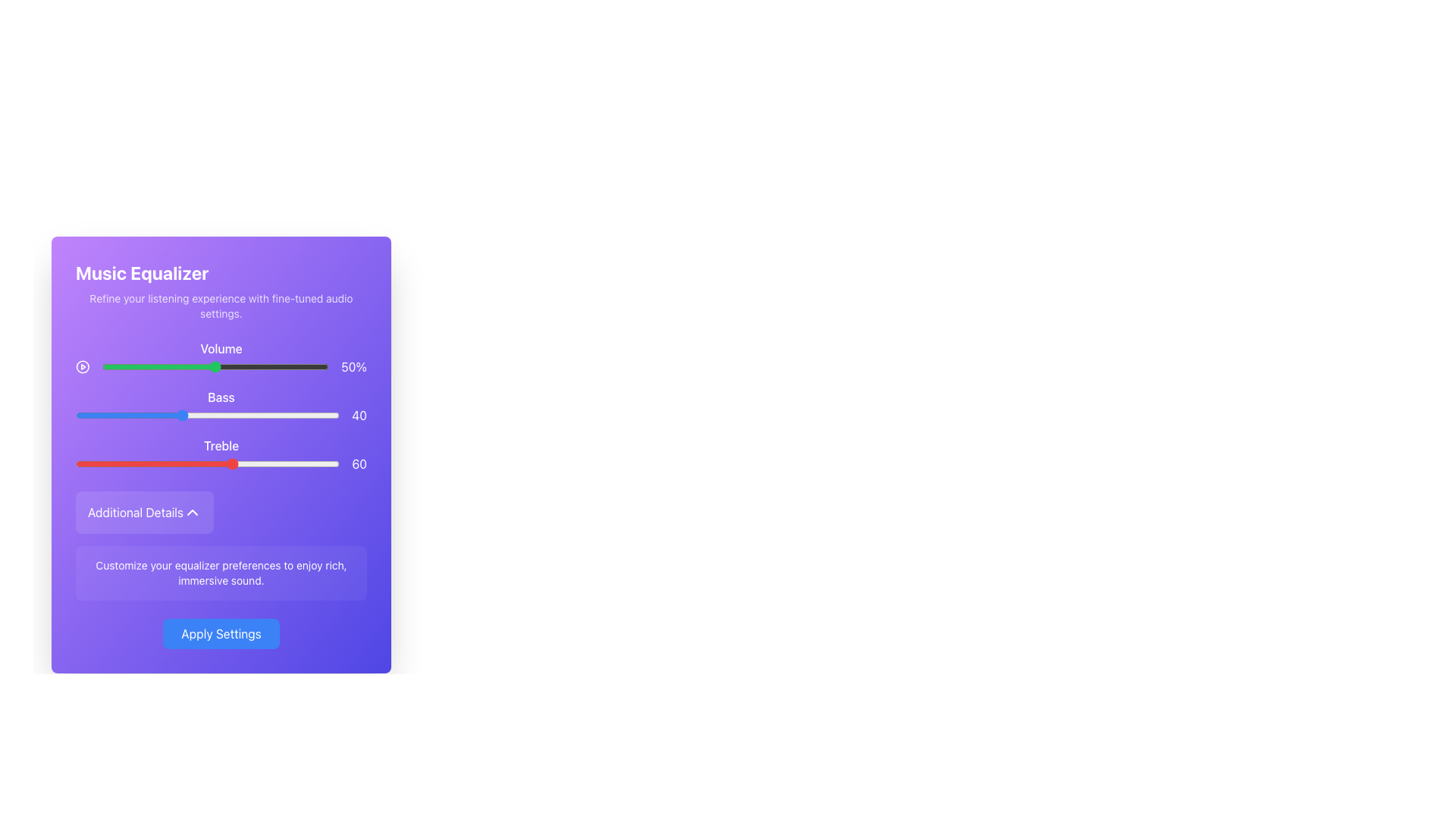 Image resolution: width=1456 pixels, height=819 pixels. Describe the element at coordinates (193, 463) in the screenshot. I see `the treble level` at that location.